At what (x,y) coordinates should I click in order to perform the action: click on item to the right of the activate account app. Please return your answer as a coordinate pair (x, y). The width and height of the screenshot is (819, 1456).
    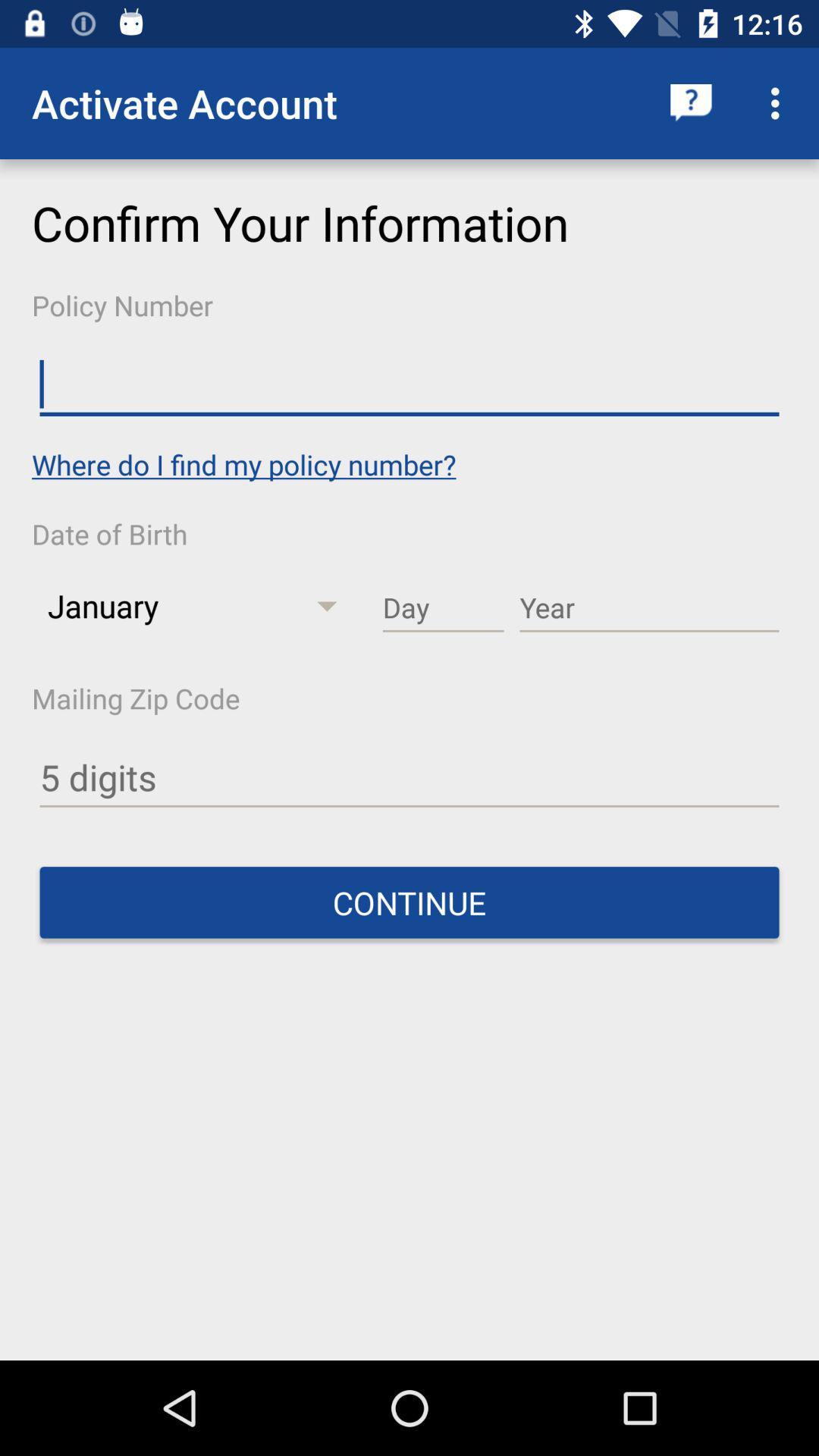
    Looking at the image, I should click on (691, 102).